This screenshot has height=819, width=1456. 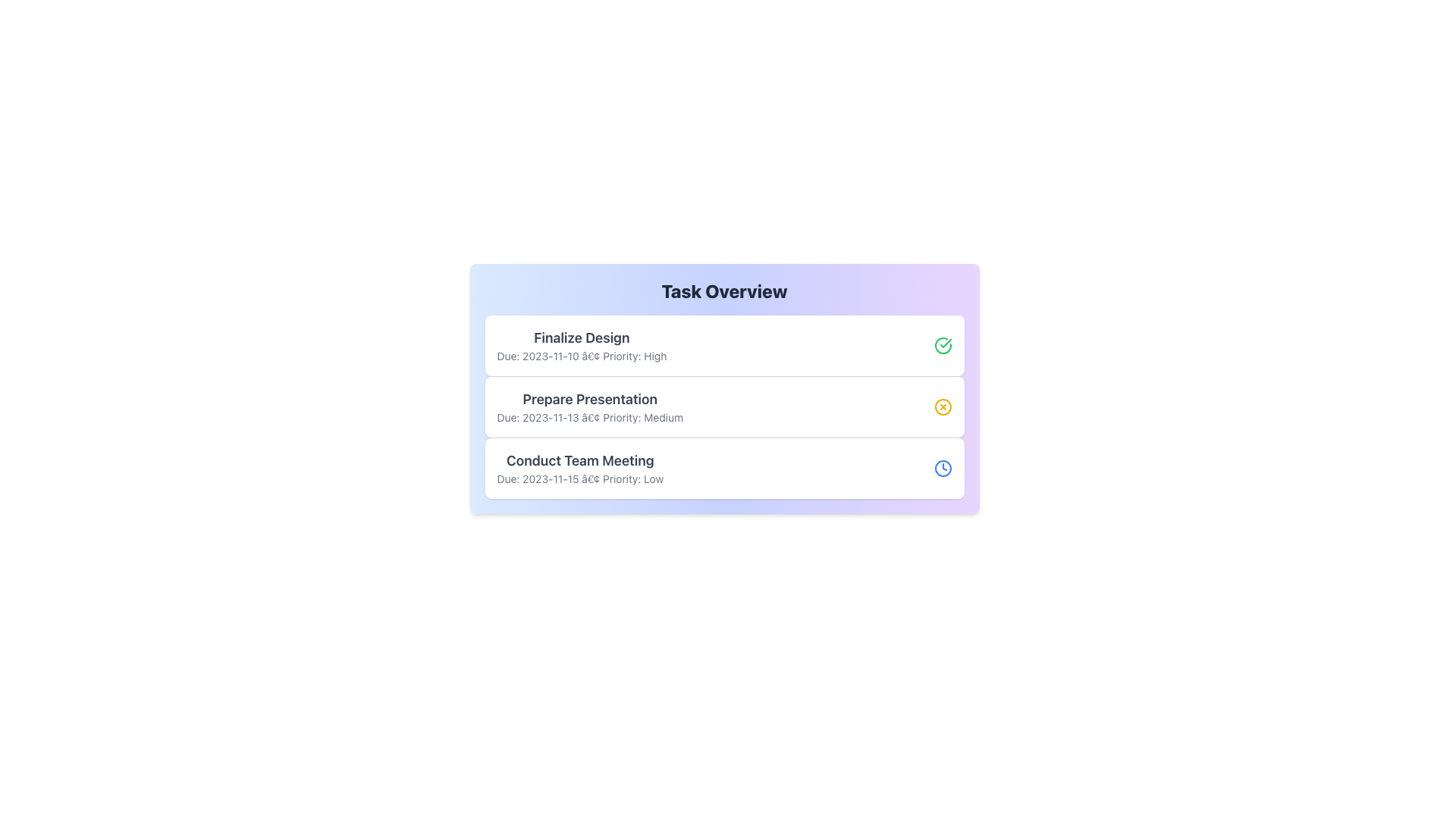 What do you see at coordinates (942, 406) in the screenshot?
I see `the circular outline of the yellow icon indicating the task 'Prepare Presentation' in the task list` at bounding box center [942, 406].